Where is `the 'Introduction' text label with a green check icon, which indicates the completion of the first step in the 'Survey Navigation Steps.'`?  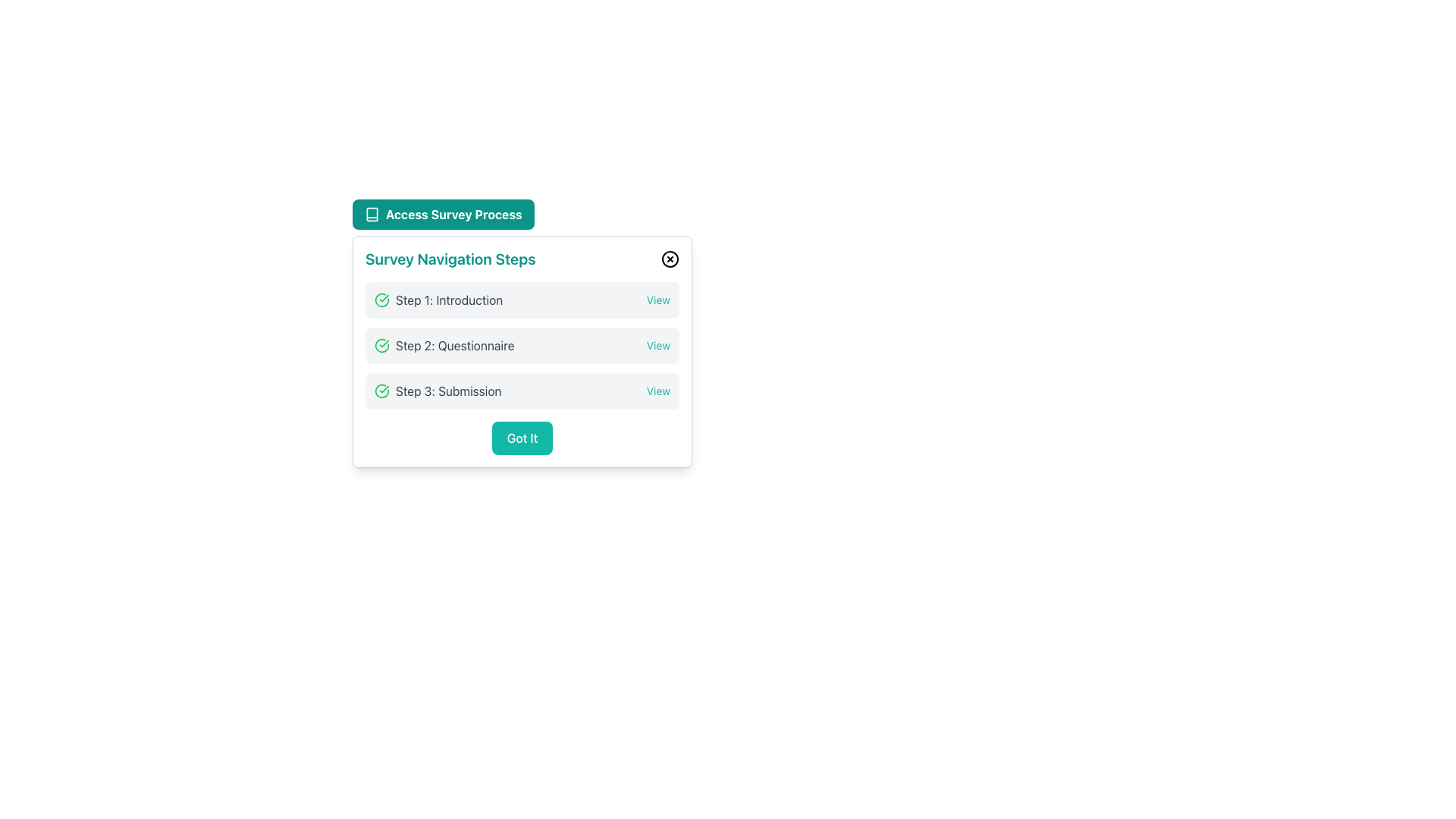
the 'Introduction' text label with a green check icon, which indicates the completion of the first step in the 'Survey Navigation Steps.' is located at coordinates (438, 300).